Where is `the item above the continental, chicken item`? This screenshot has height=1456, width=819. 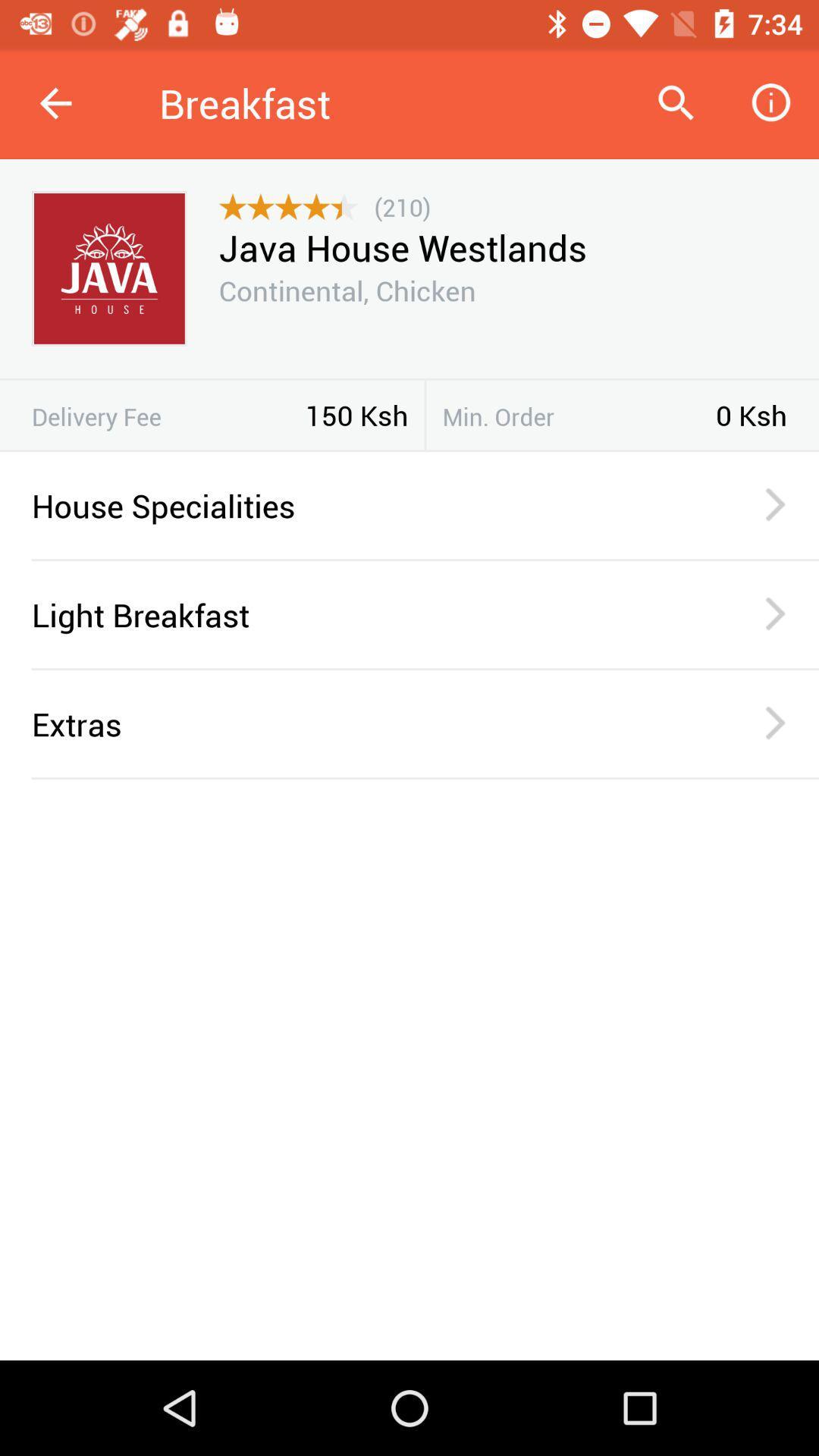
the item above the continental, chicken item is located at coordinates (402, 247).